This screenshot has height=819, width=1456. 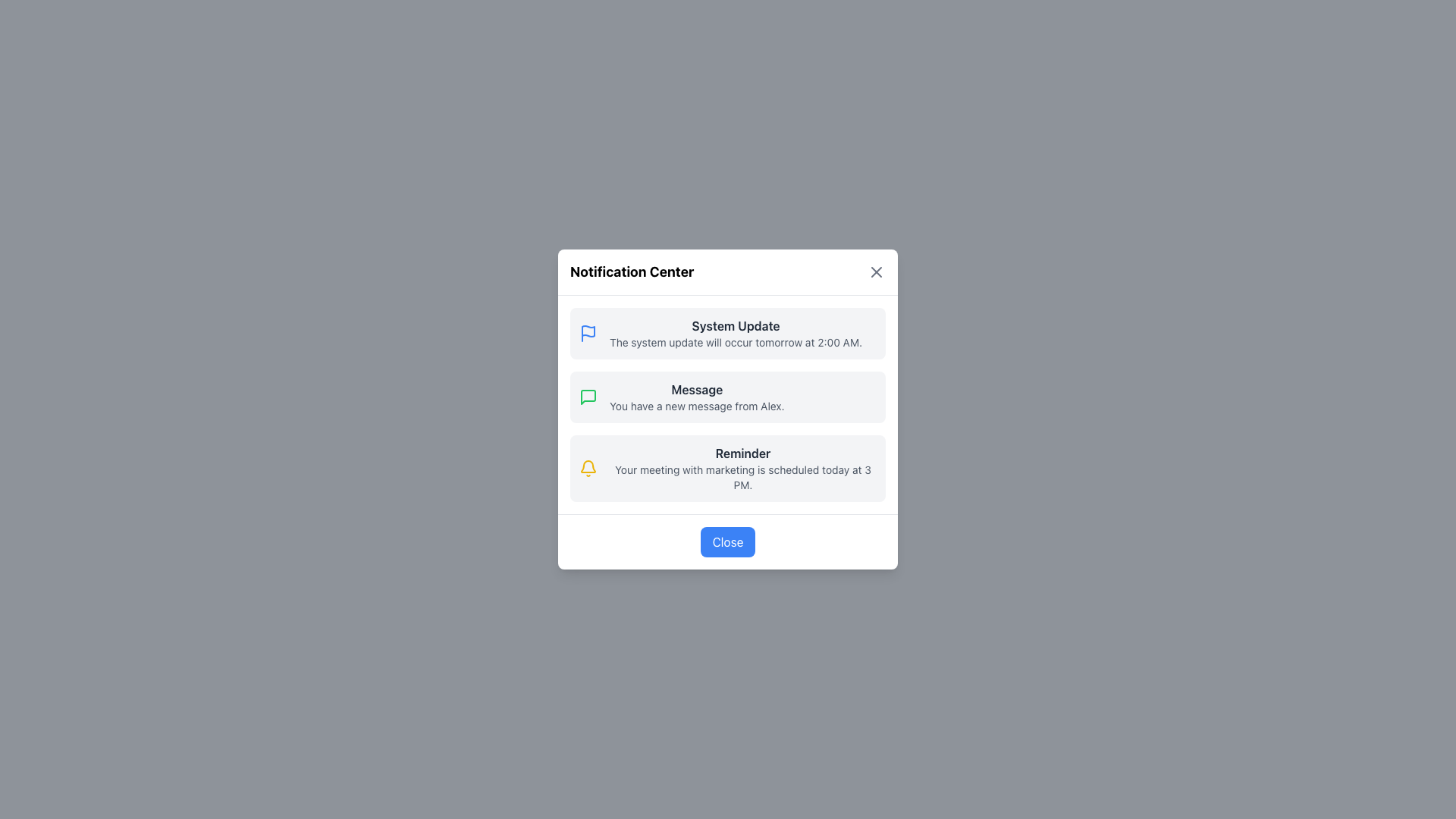 I want to click on text label that serves as a heading for the third notification item in the notification list, so click(x=742, y=452).